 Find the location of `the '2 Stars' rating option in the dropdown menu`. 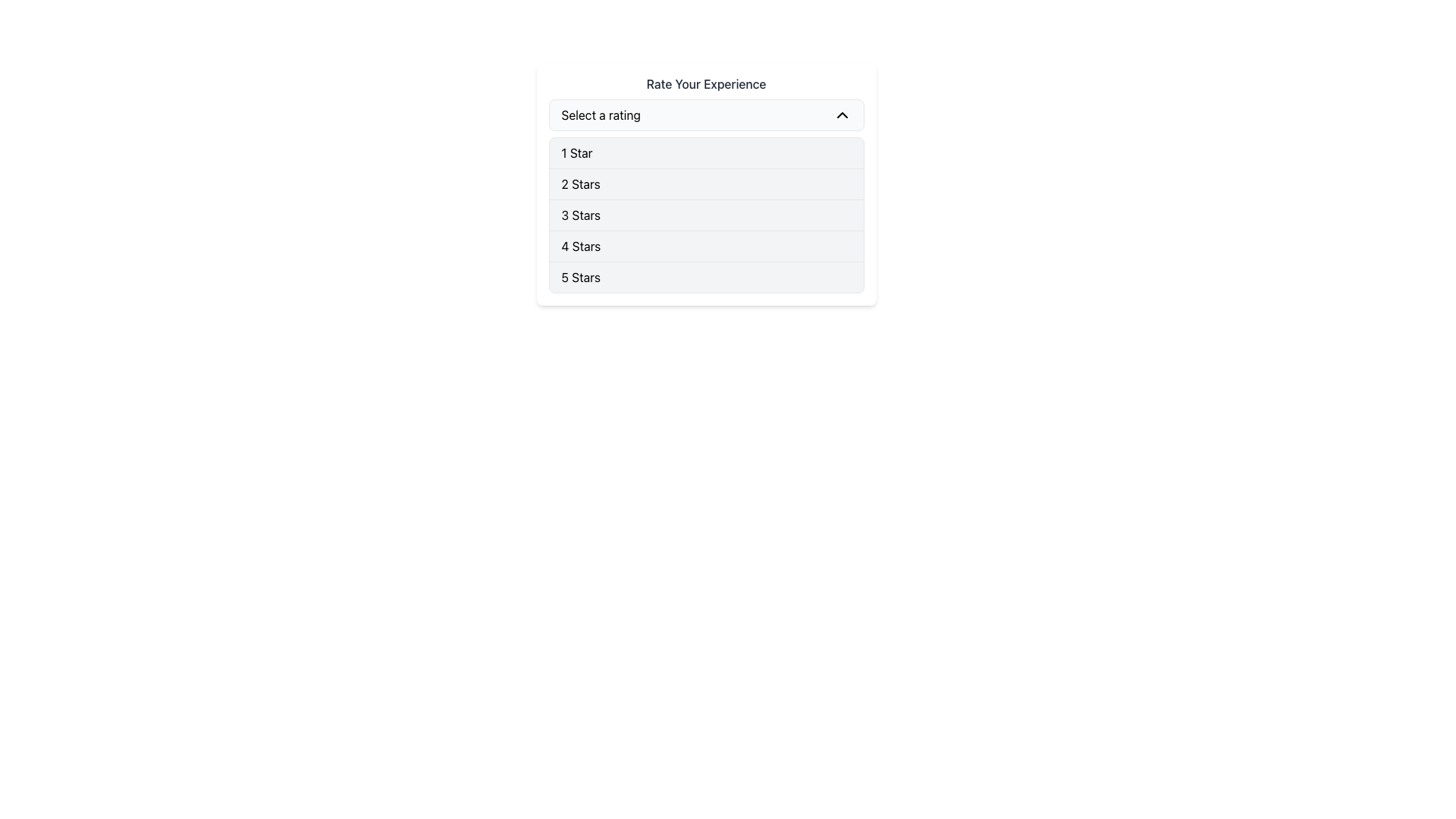

the '2 Stars' rating option in the dropdown menu is located at coordinates (580, 184).